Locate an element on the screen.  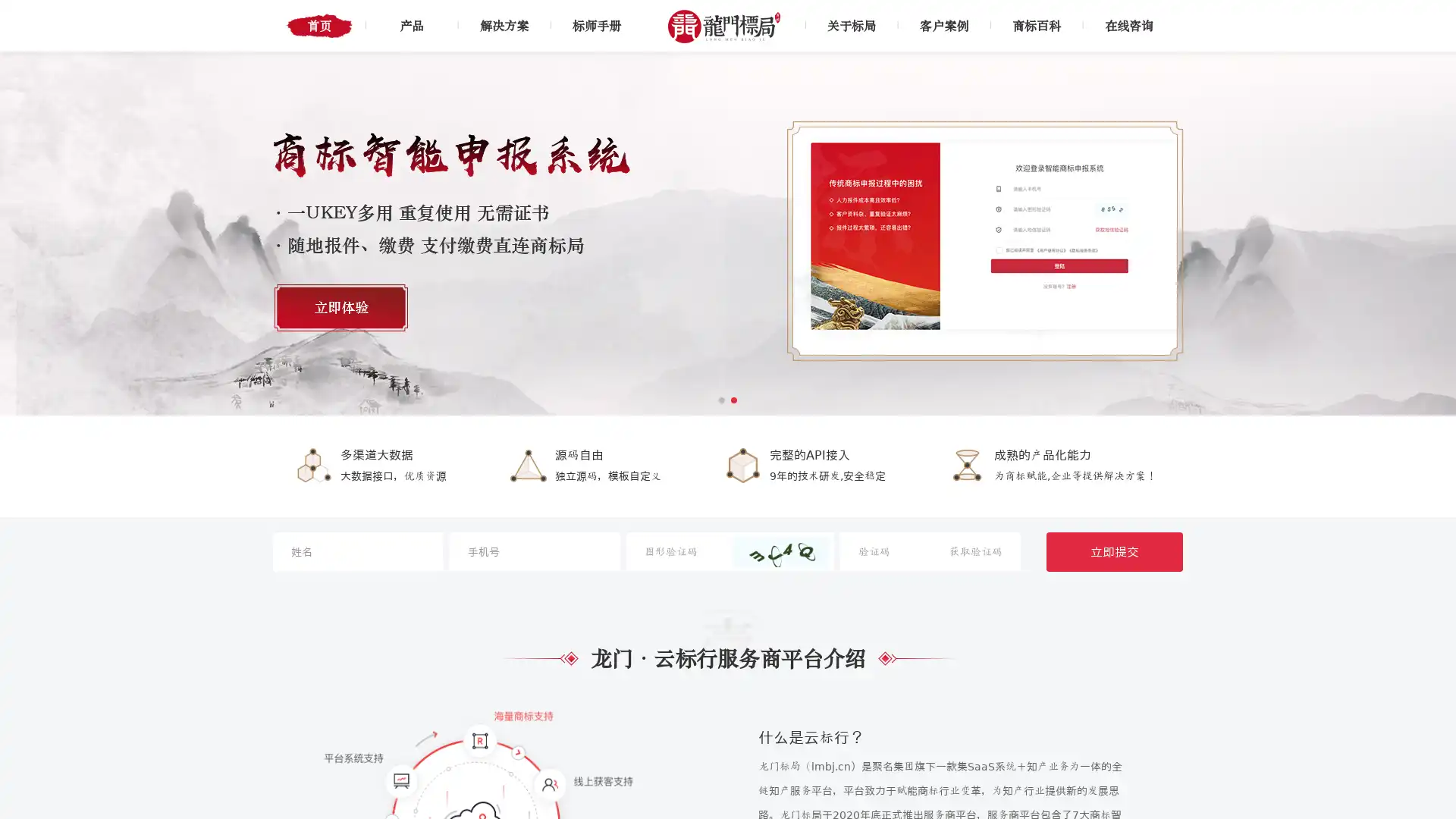
Go to slide 1 is located at coordinates (720, 400).